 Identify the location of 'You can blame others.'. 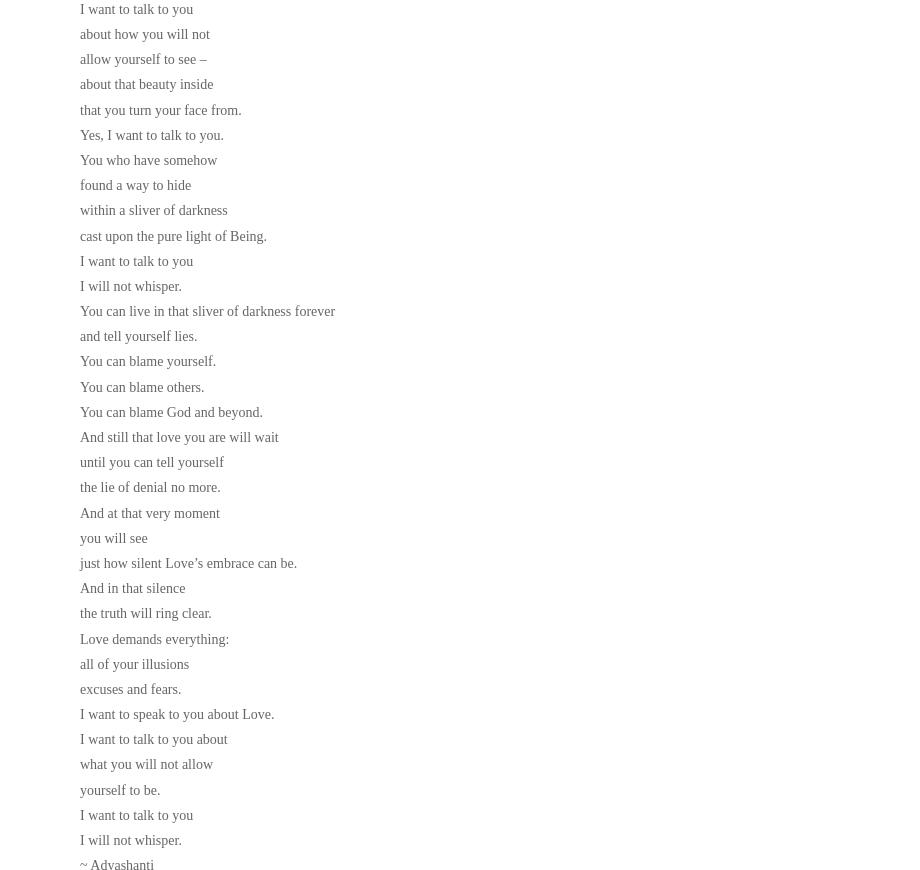
(140, 386).